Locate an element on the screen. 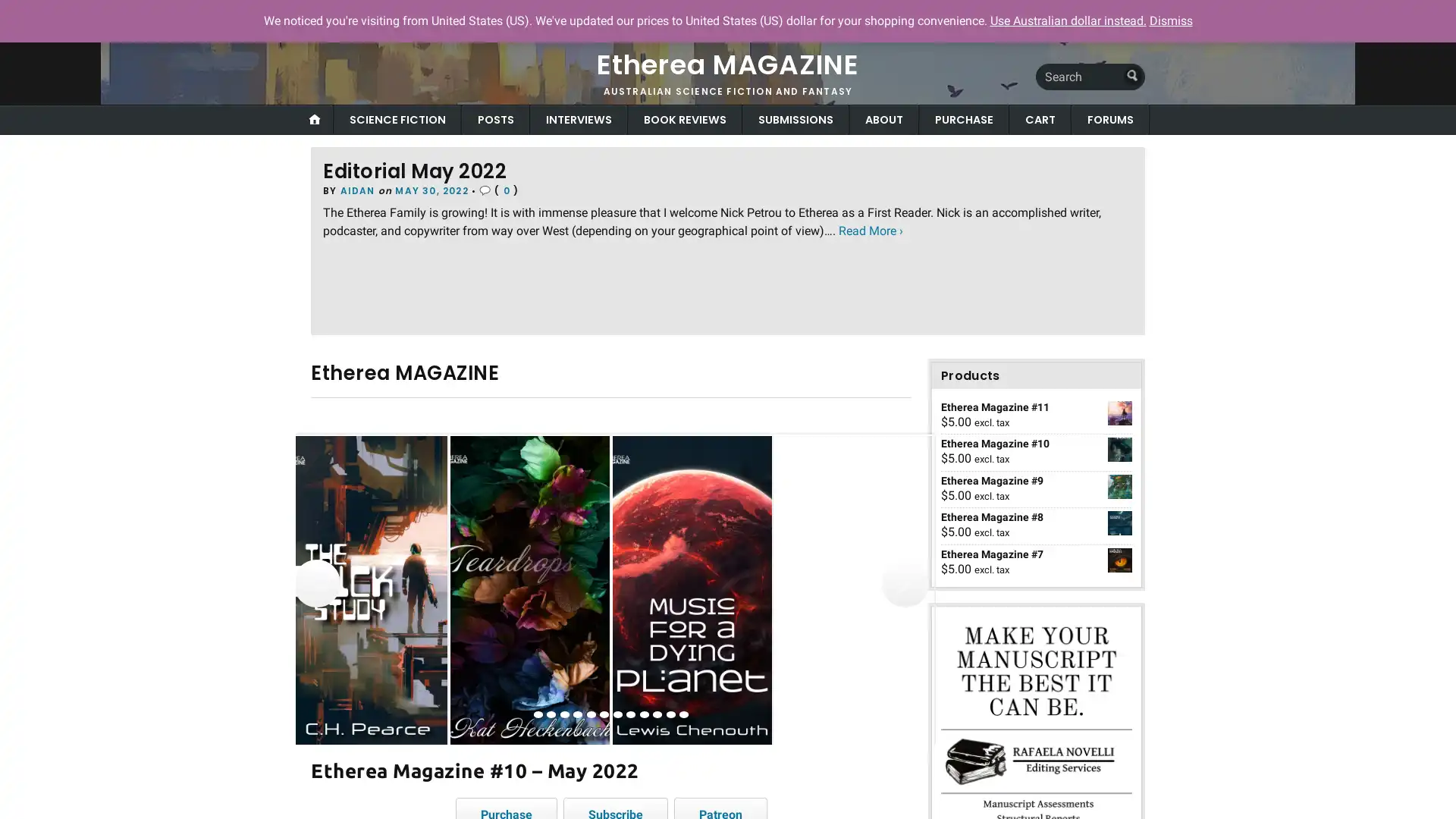 The image size is (1456, 819). view image 3 of 12 in carousel is located at coordinates (563, 714).